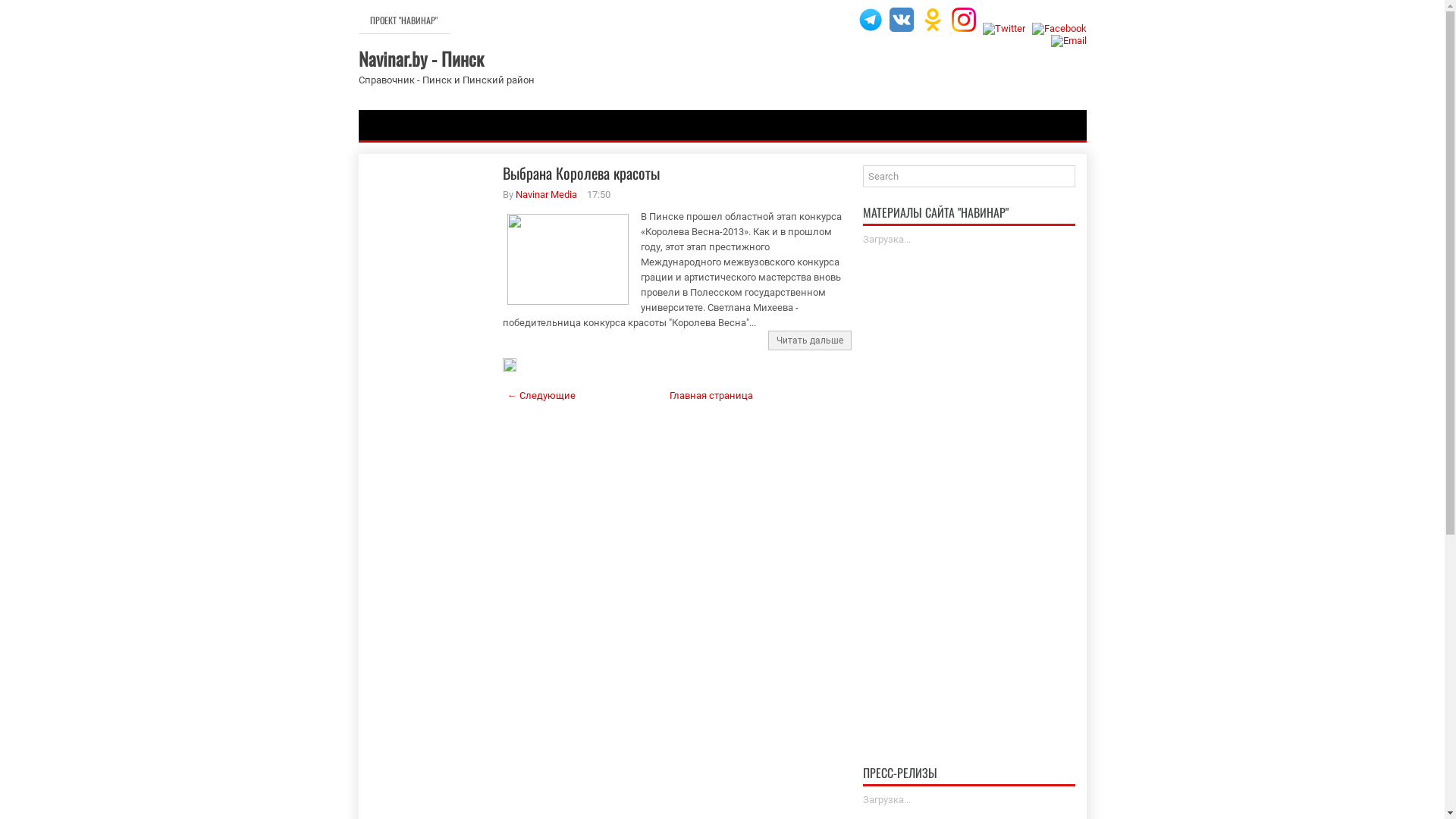  I want to click on 'Telegram', so click(858, 20).